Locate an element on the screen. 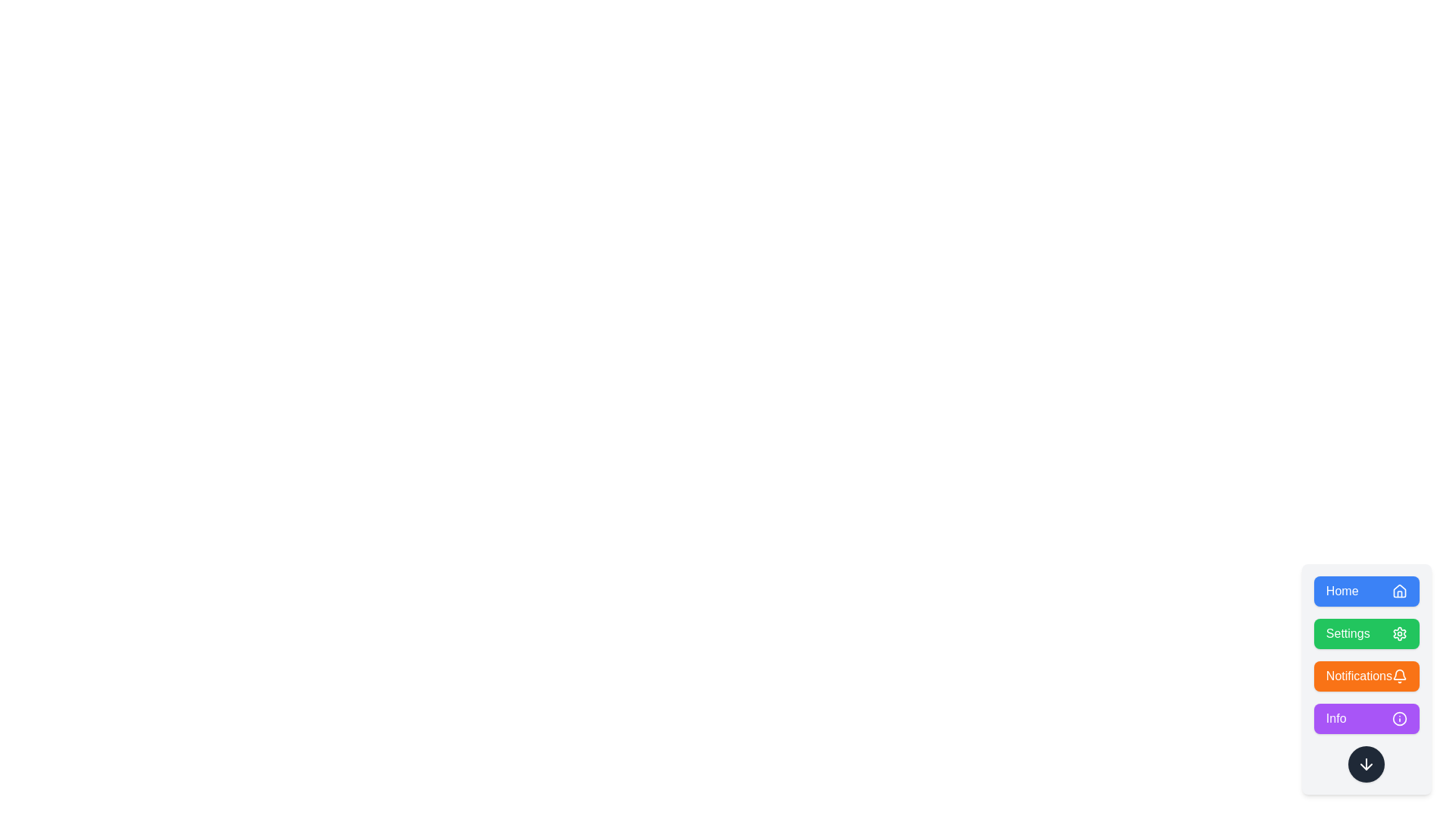 Image resolution: width=1456 pixels, height=819 pixels. the button labeled Settings to observe the scale animation effect is located at coordinates (1366, 634).